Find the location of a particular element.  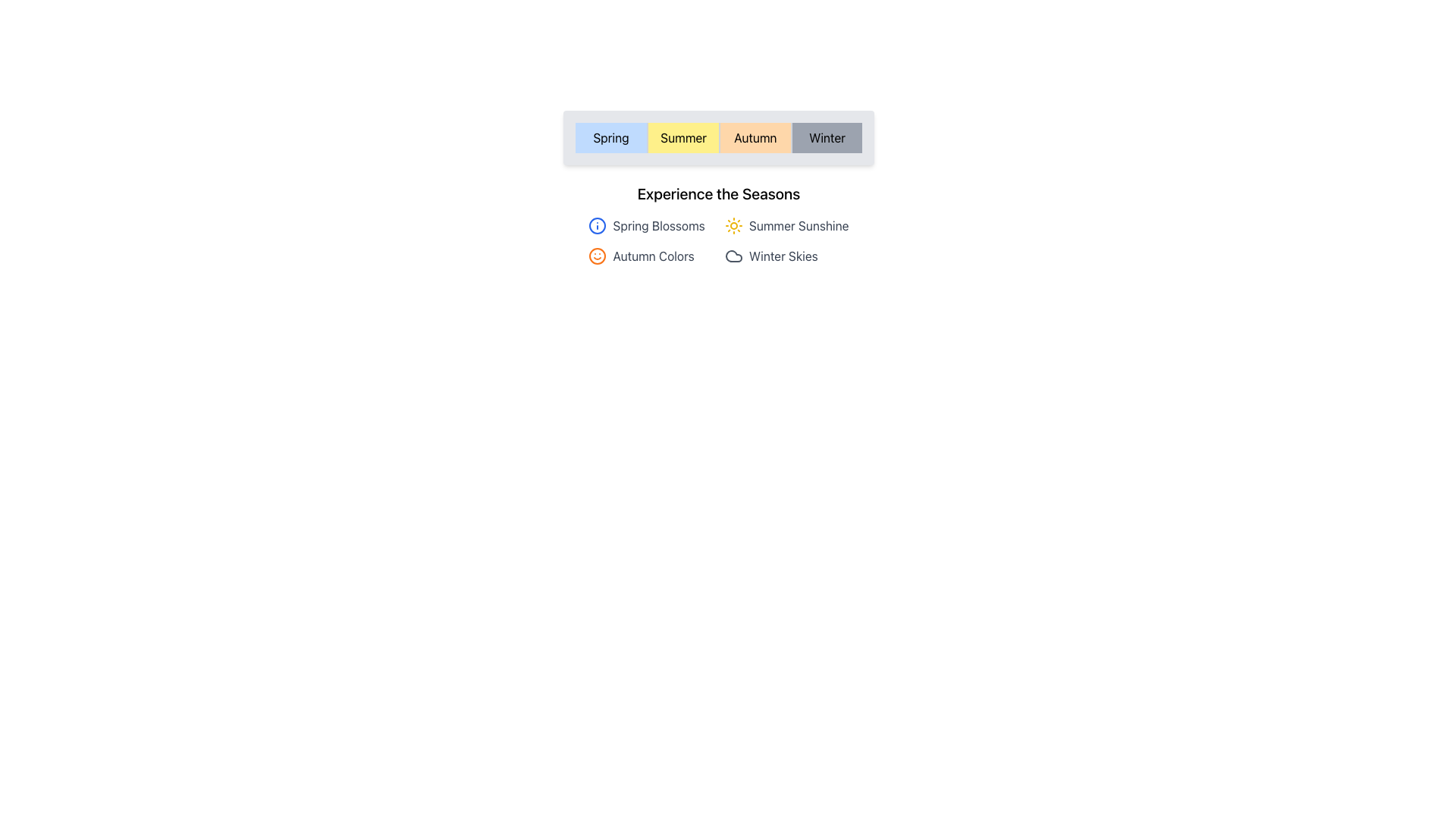

the icons in the 'Experience the Seasons' informational element is located at coordinates (718, 224).